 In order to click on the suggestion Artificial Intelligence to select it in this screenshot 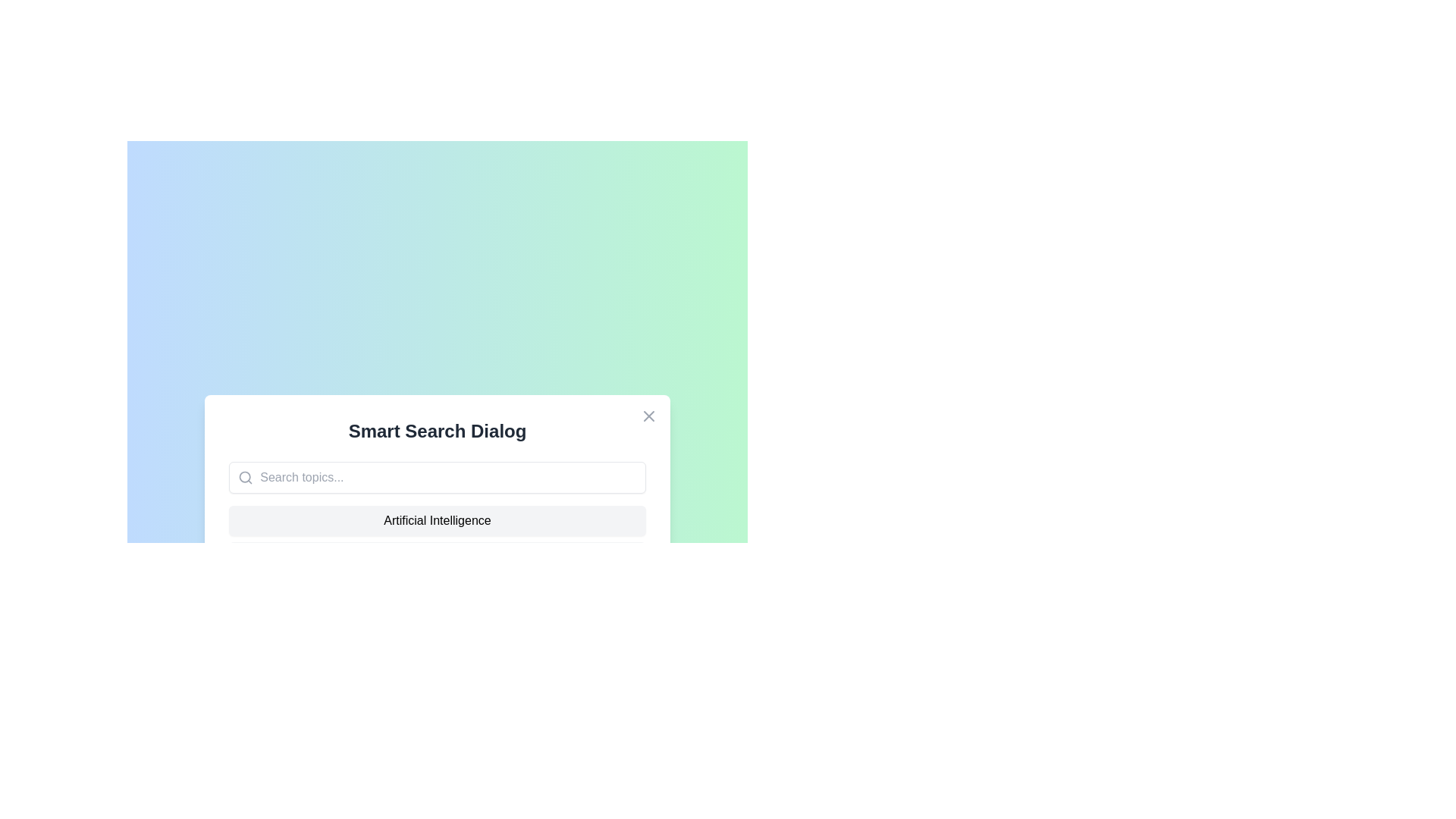, I will do `click(436, 519)`.